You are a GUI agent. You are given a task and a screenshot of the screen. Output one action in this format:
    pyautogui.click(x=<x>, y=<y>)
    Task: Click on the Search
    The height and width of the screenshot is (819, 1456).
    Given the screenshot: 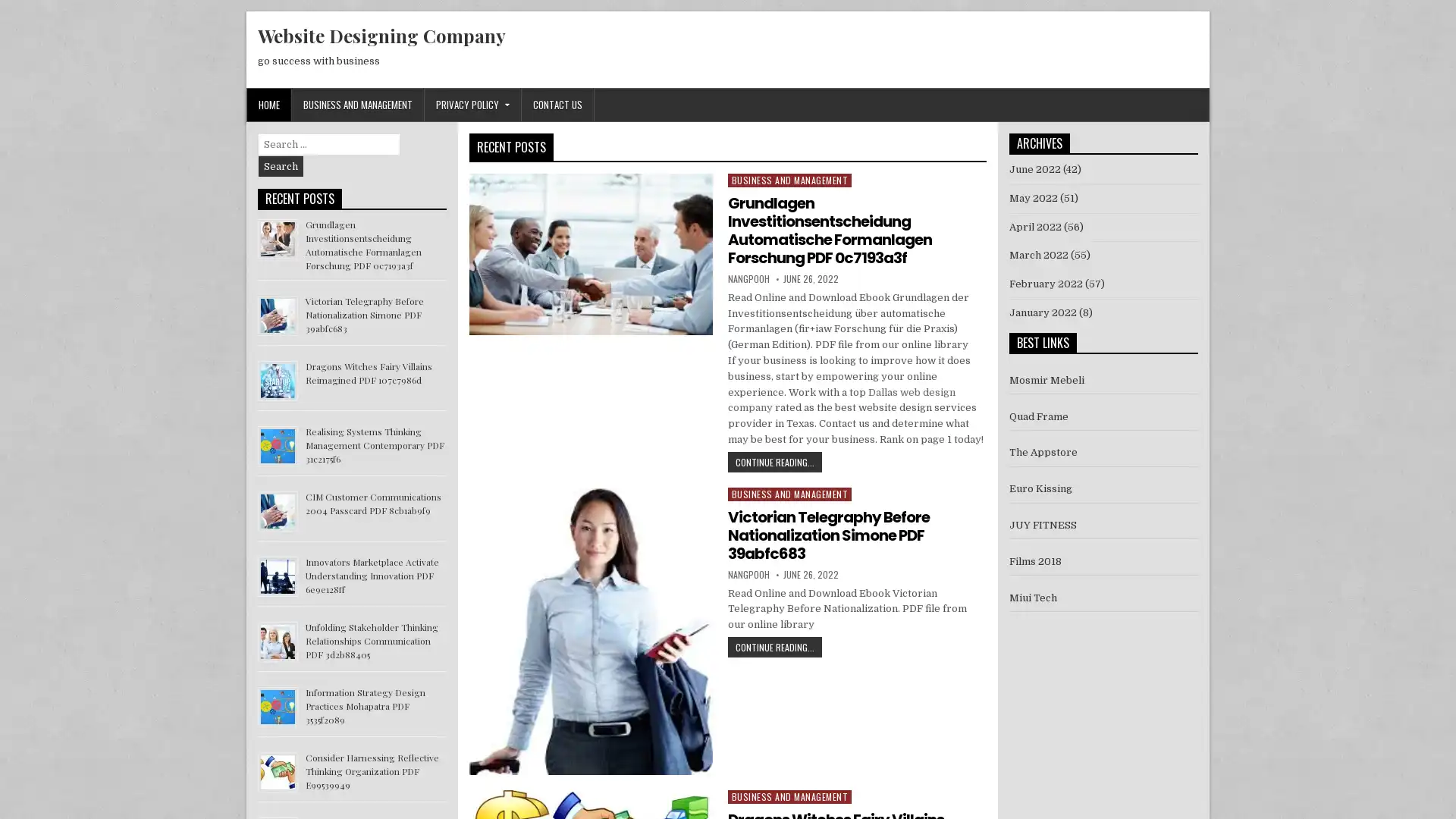 What is the action you would take?
    pyautogui.click(x=281, y=166)
    